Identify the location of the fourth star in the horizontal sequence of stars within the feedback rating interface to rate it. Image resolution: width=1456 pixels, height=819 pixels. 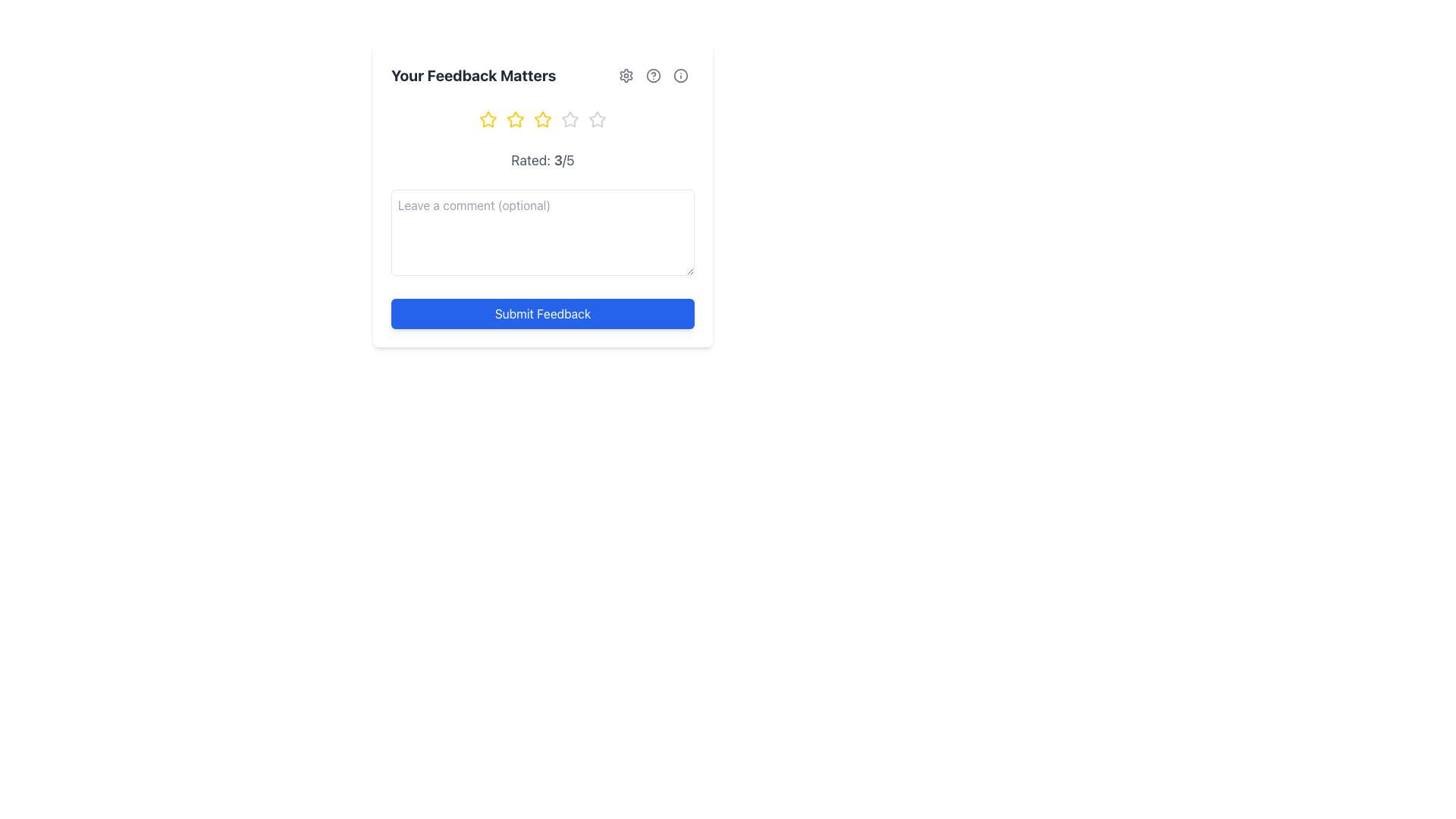
(570, 118).